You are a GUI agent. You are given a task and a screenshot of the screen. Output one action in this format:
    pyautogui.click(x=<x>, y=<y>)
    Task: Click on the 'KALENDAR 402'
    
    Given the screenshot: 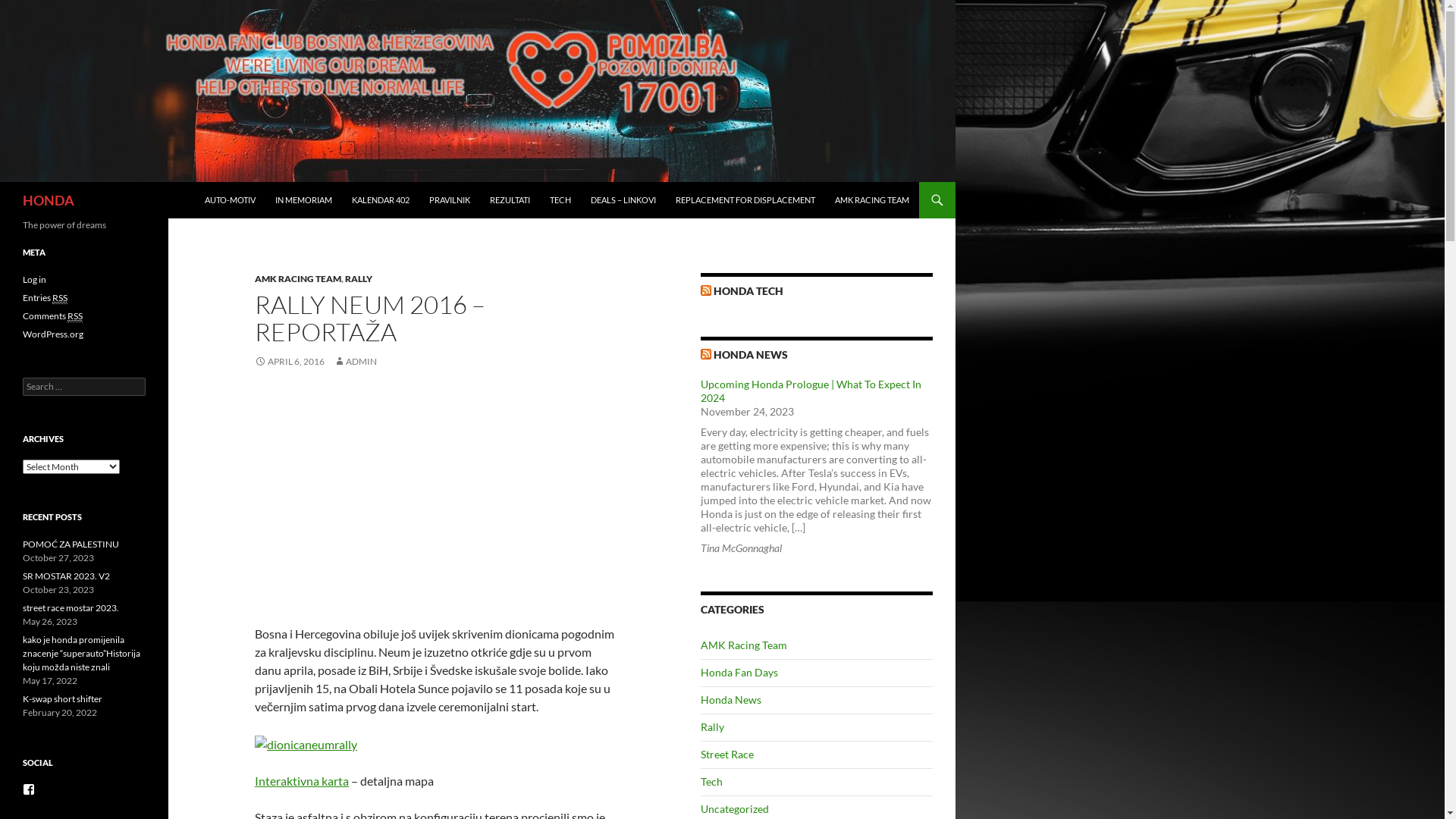 What is the action you would take?
    pyautogui.click(x=381, y=199)
    